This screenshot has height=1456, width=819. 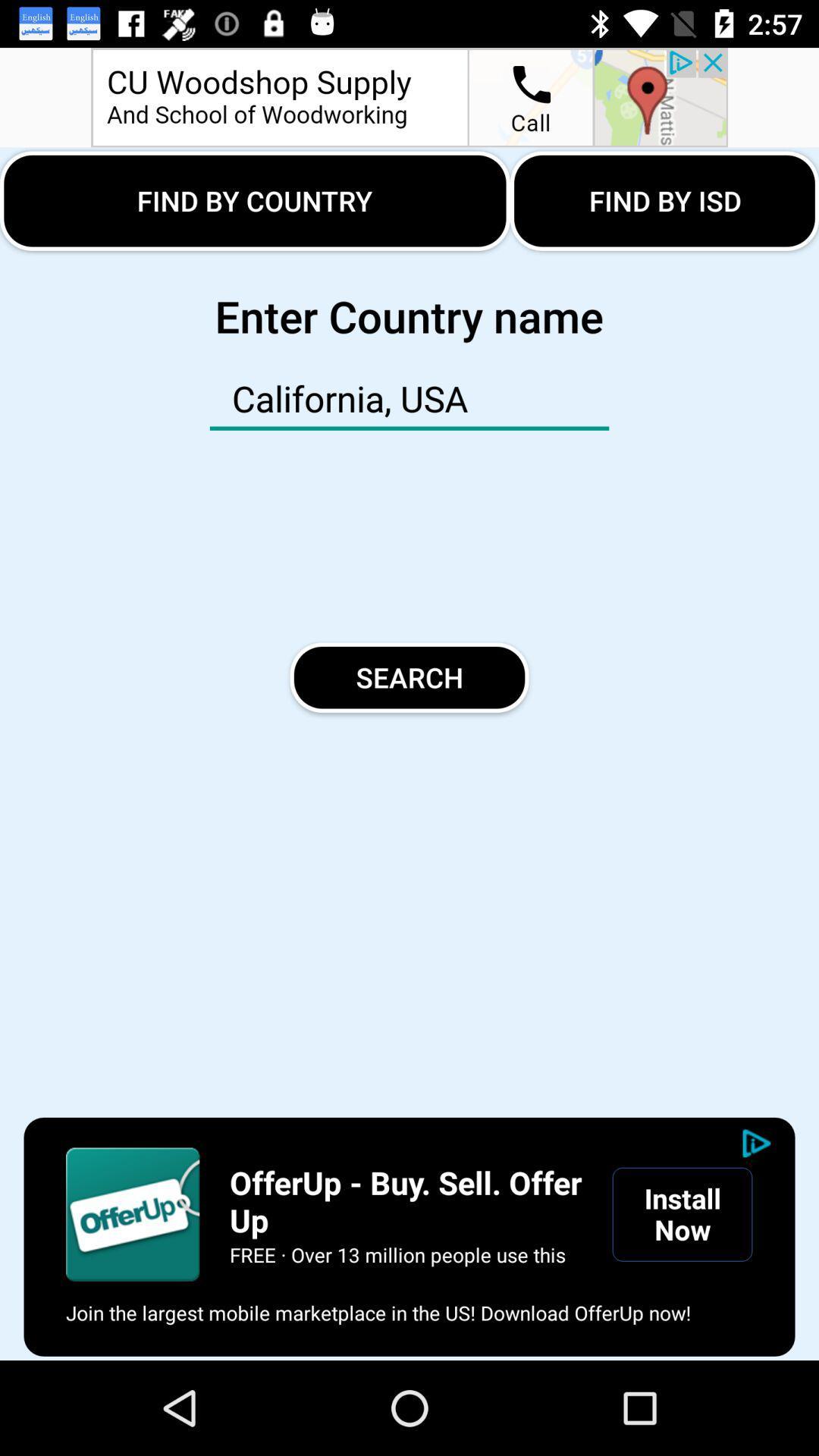 What do you see at coordinates (132, 1214) in the screenshot?
I see `launch advertisement` at bounding box center [132, 1214].